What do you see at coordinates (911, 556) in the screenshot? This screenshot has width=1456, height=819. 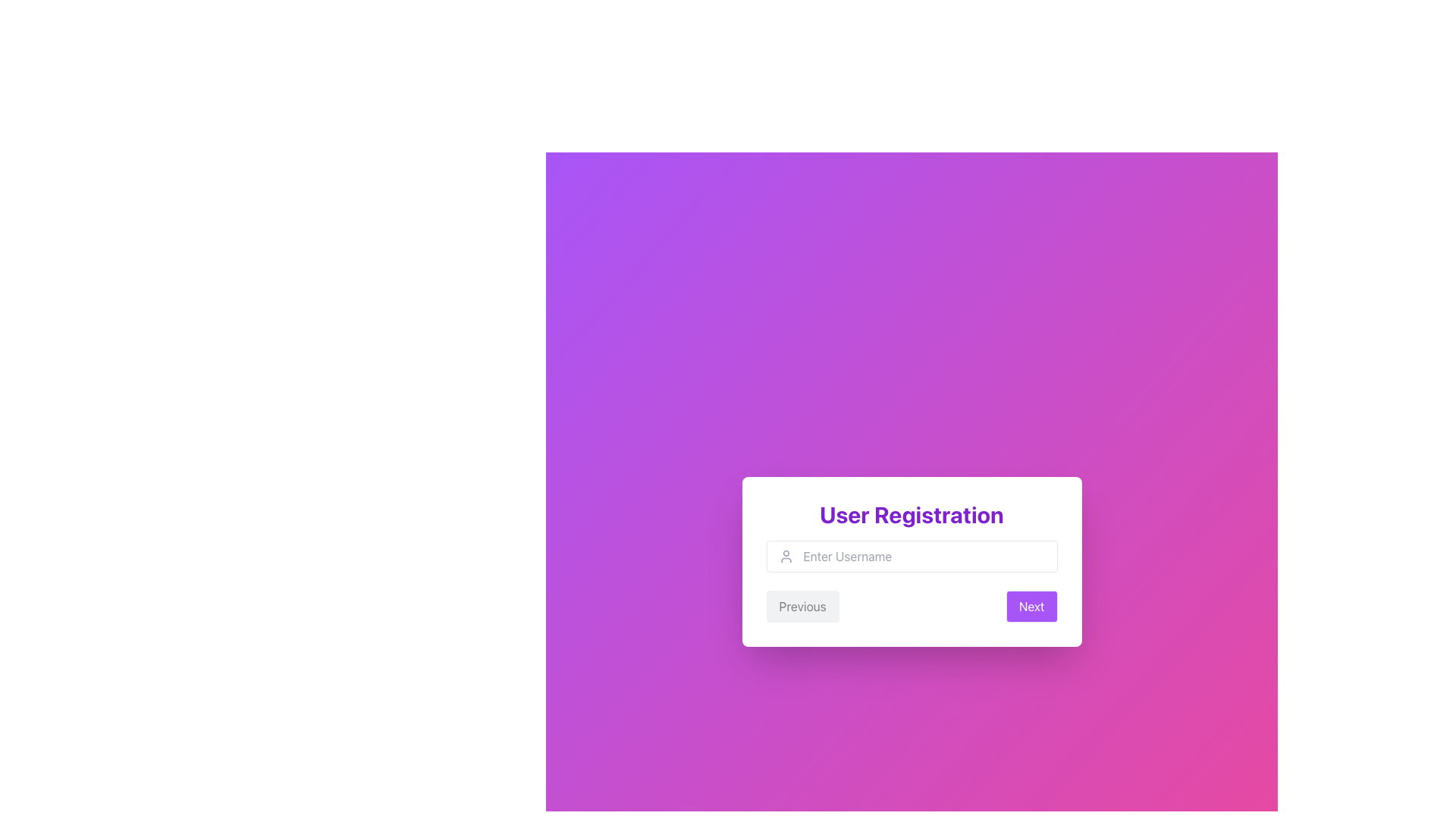 I see `the interactive user input field for entering the username located in the central white card titled 'User Registration', positioned directly beneath the title` at bounding box center [911, 556].